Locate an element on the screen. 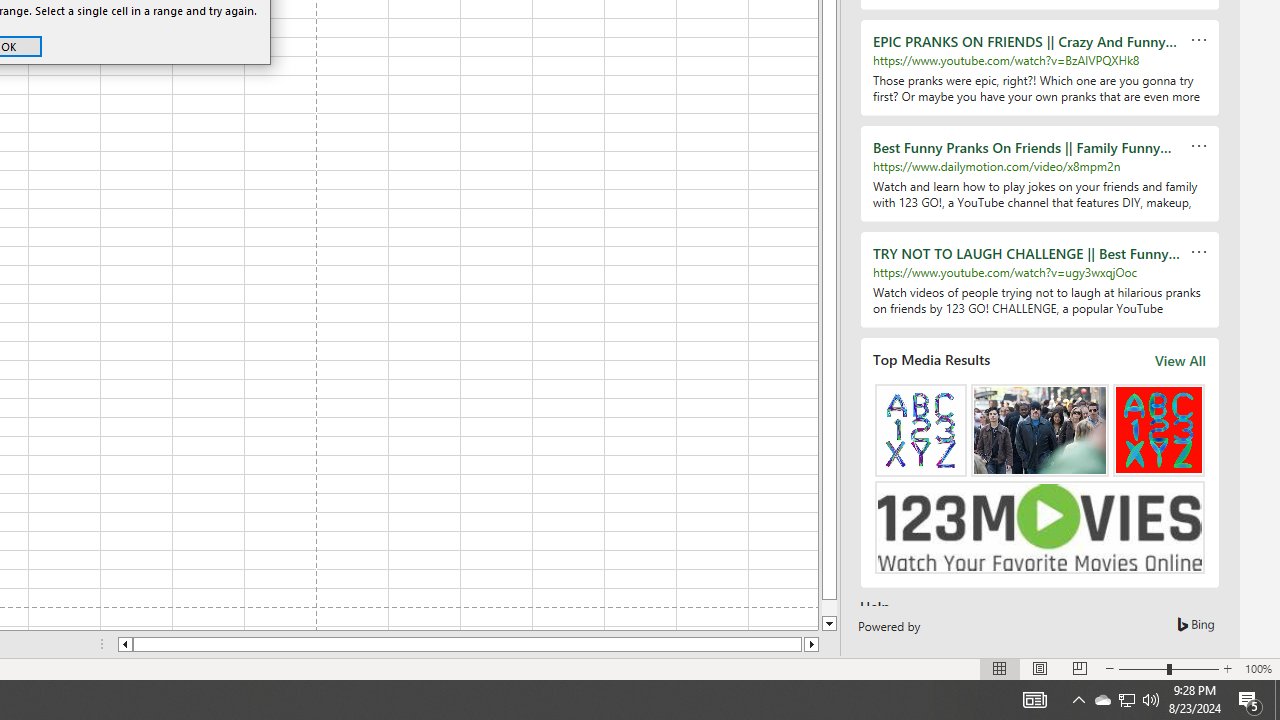  'Normal' is located at coordinates (1000, 669).